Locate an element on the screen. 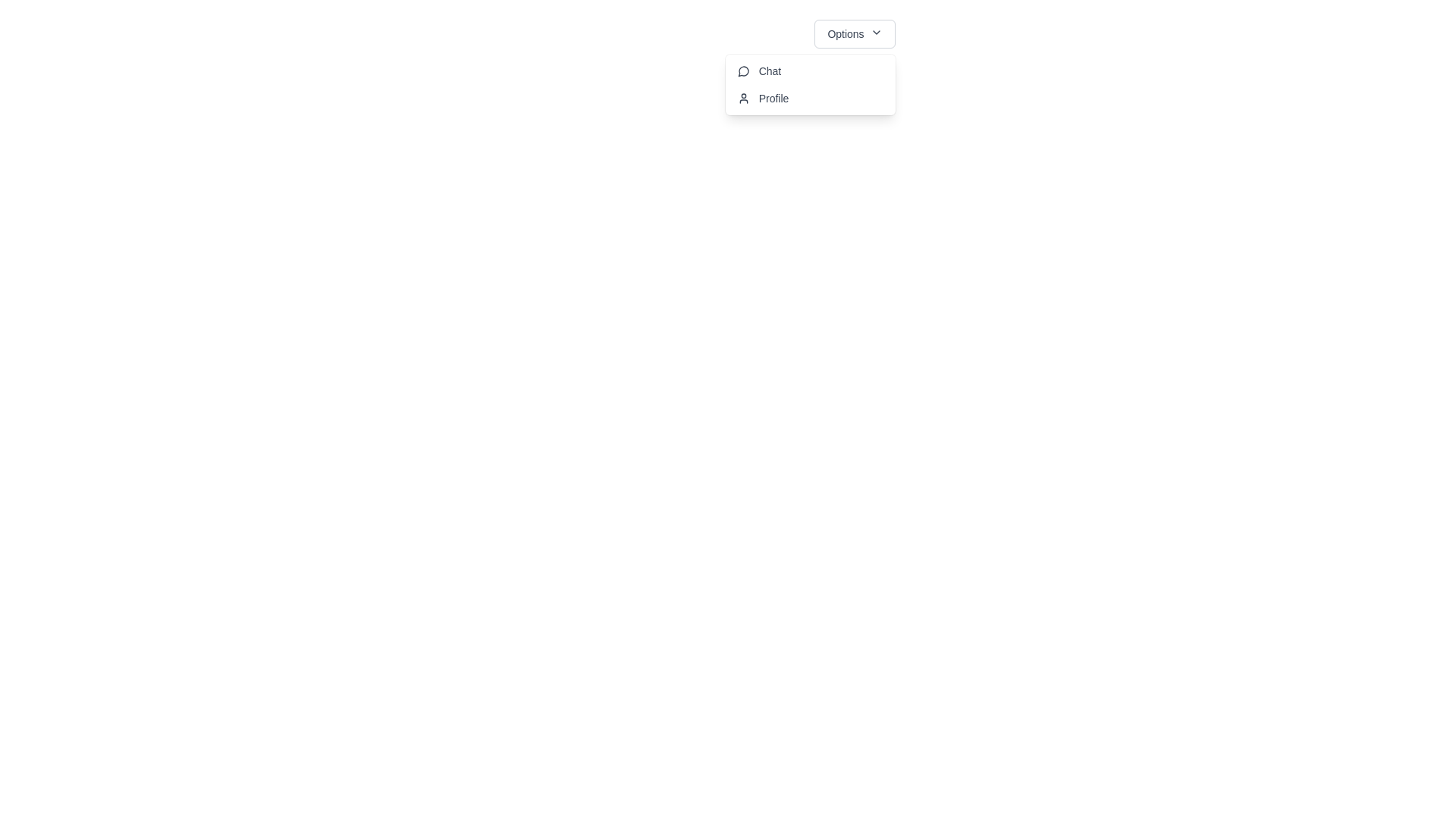 This screenshot has width=1456, height=819. the 'Chat' icon located within the dropdown menu under the 'Options' button is located at coordinates (743, 71).